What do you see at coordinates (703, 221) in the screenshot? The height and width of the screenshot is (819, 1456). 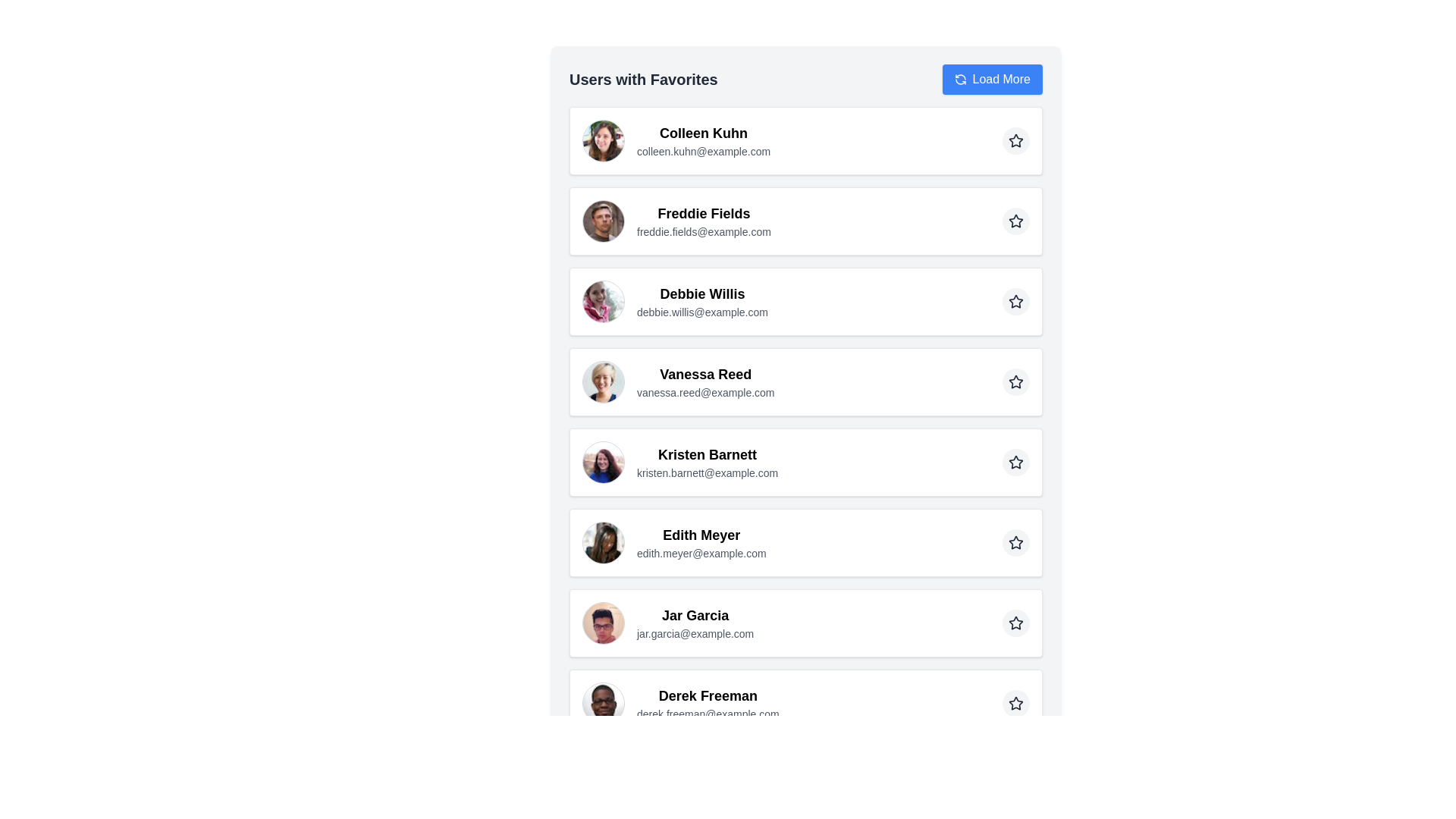 I see `text content displayed for the user Freddie Fields, which includes their name and email address, presented in a styled text format within the 'Users with Favorites' section` at bounding box center [703, 221].